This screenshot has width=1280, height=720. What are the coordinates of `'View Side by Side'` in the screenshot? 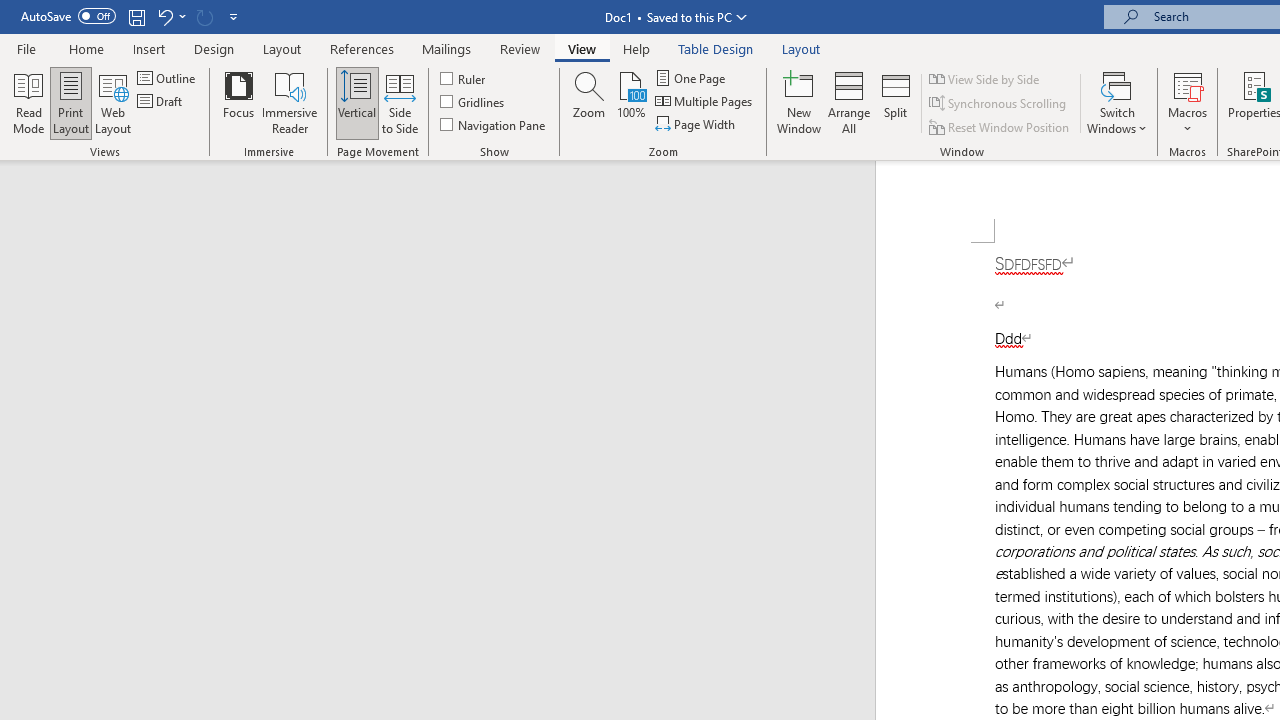 It's located at (985, 78).